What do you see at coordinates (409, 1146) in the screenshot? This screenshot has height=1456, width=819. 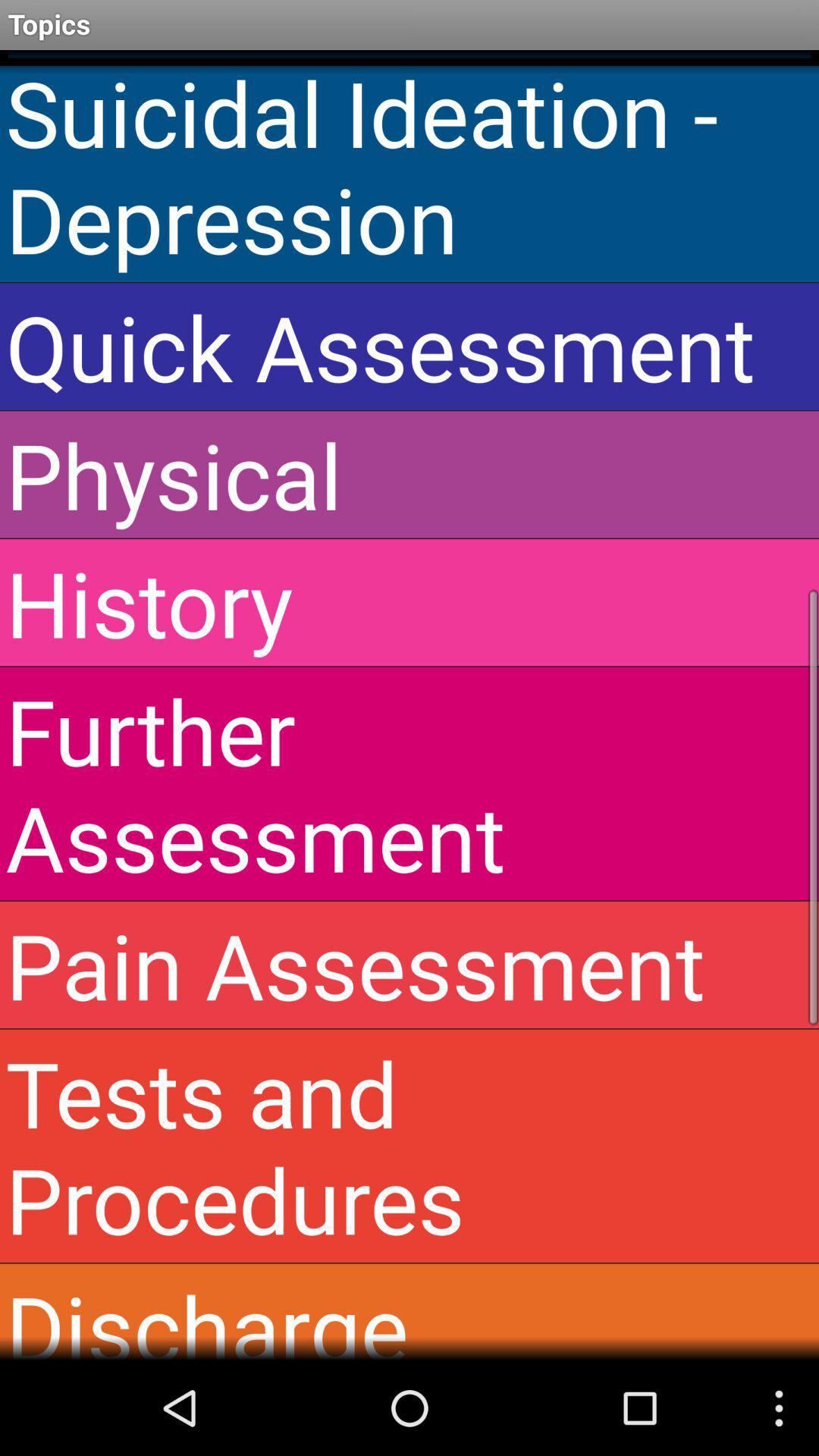 I see `tests and procedures app` at bounding box center [409, 1146].